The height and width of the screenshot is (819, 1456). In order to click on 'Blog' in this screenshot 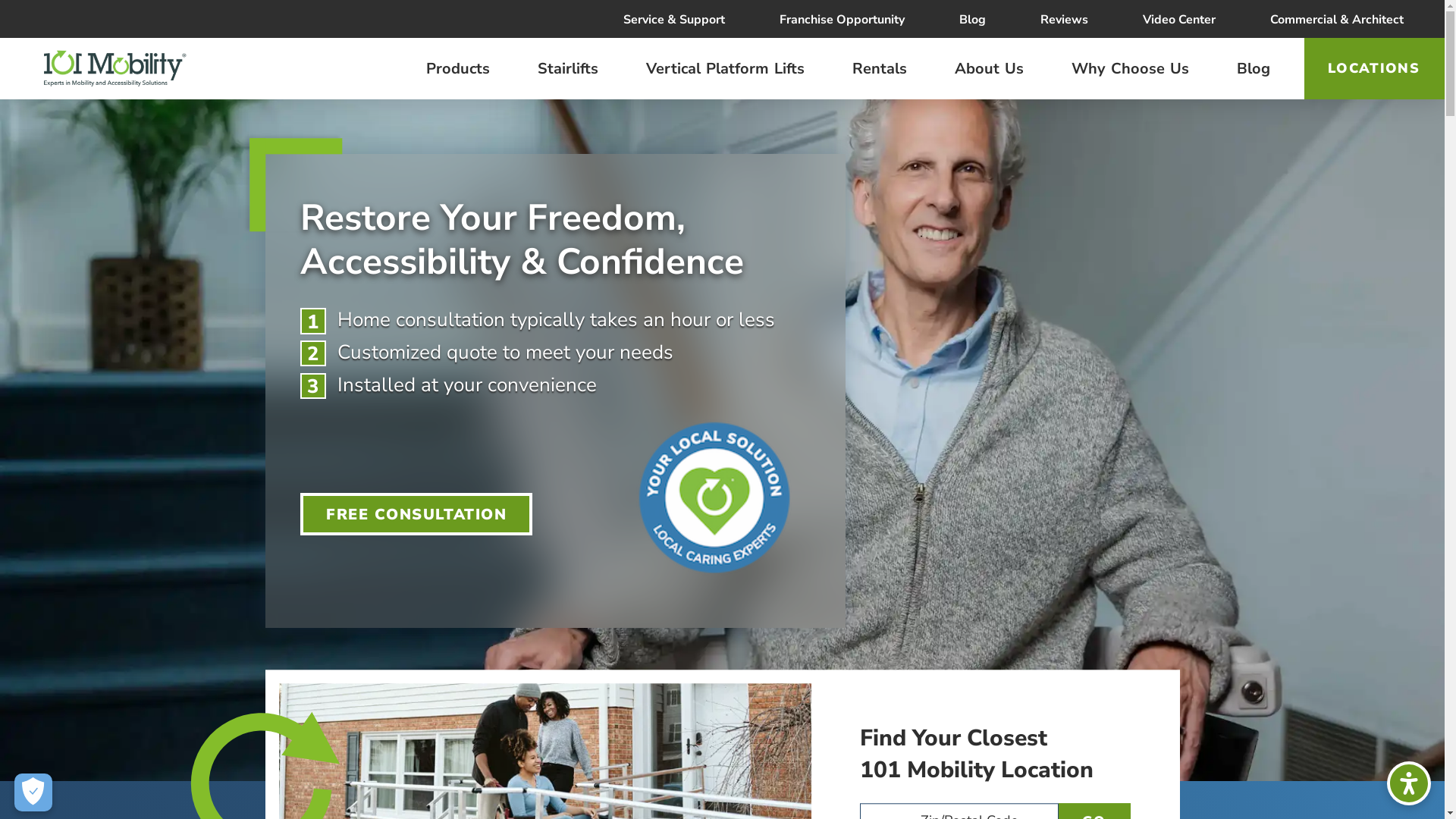, I will do `click(972, 18)`.